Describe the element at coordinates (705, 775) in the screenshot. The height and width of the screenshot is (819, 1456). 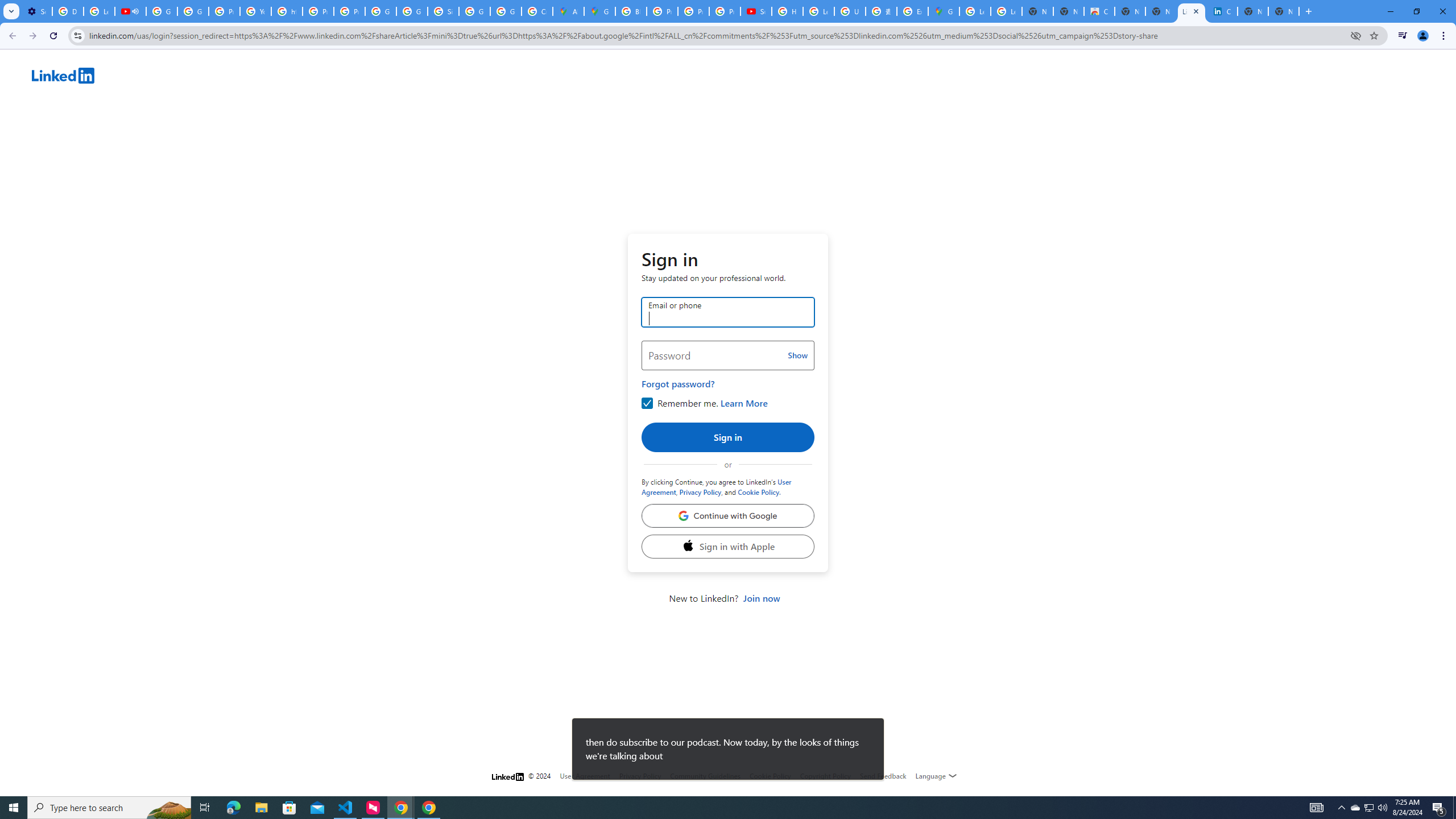
I see `'Community Guidelines'` at that location.